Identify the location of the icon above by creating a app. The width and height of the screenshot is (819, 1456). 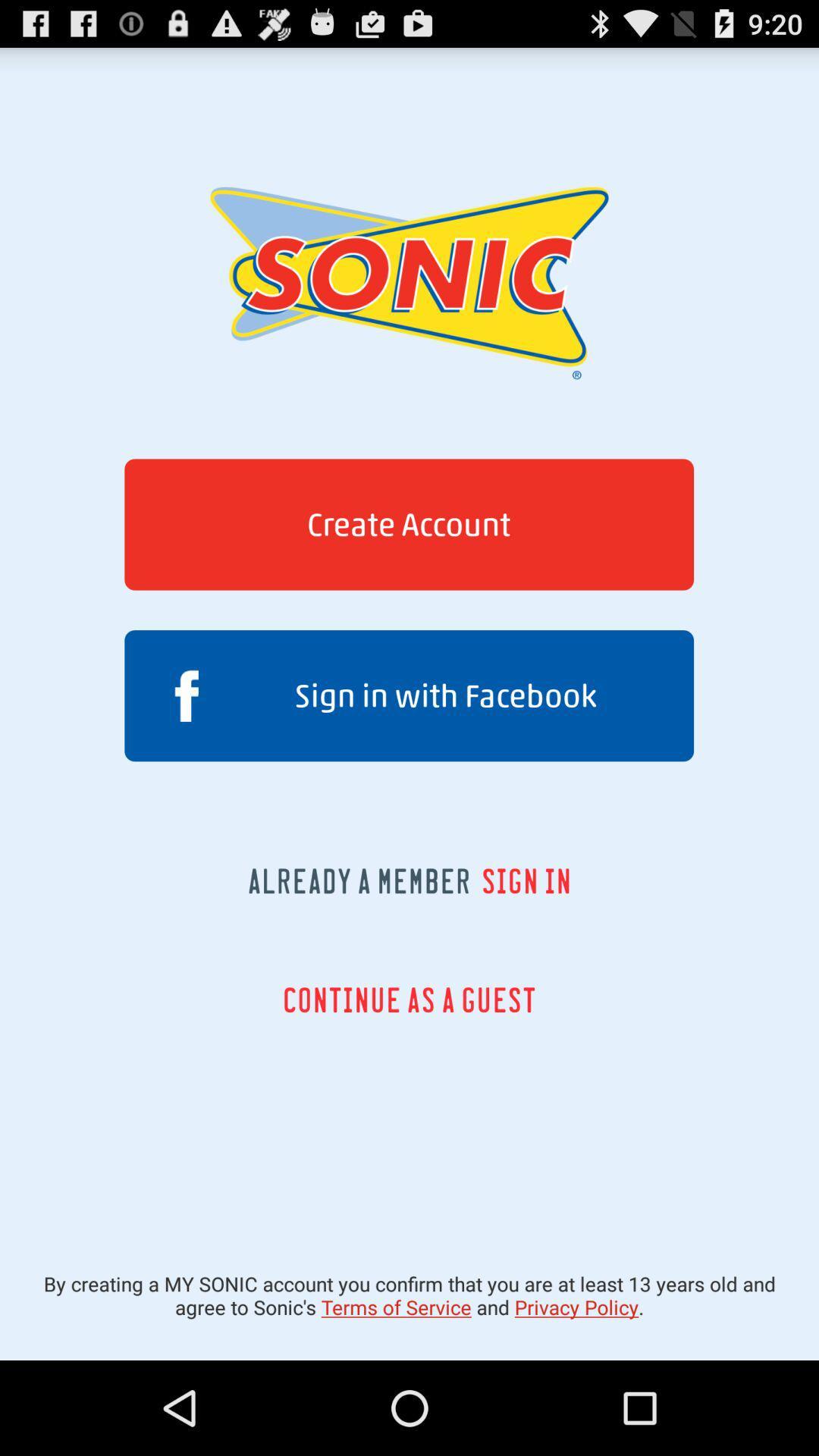
(408, 999).